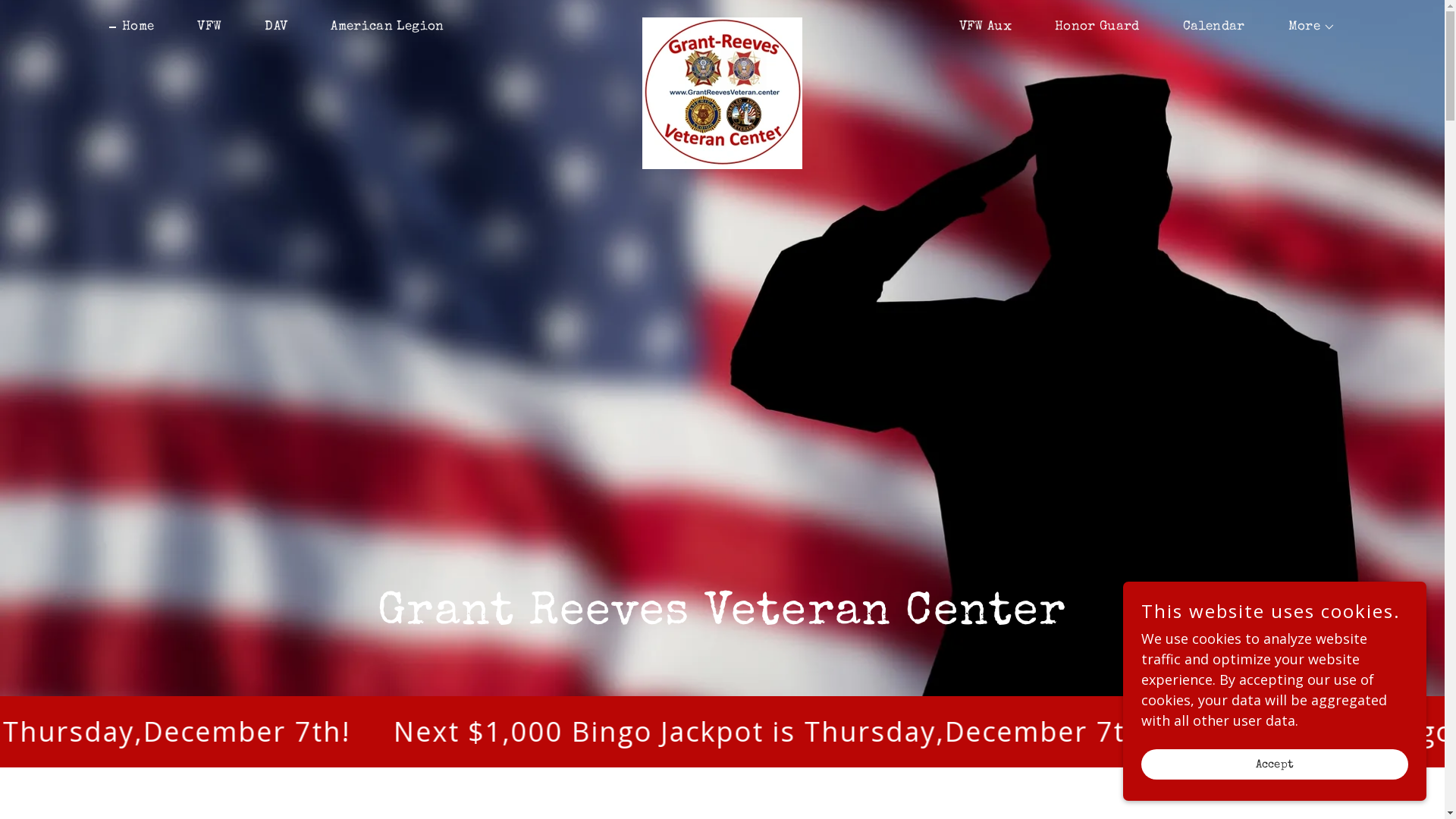 This screenshot has width=1456, height=819. What do you see at coordinates (131, 27) in the screenshot?
I see `'Home'` at bounding box center [131, 27].